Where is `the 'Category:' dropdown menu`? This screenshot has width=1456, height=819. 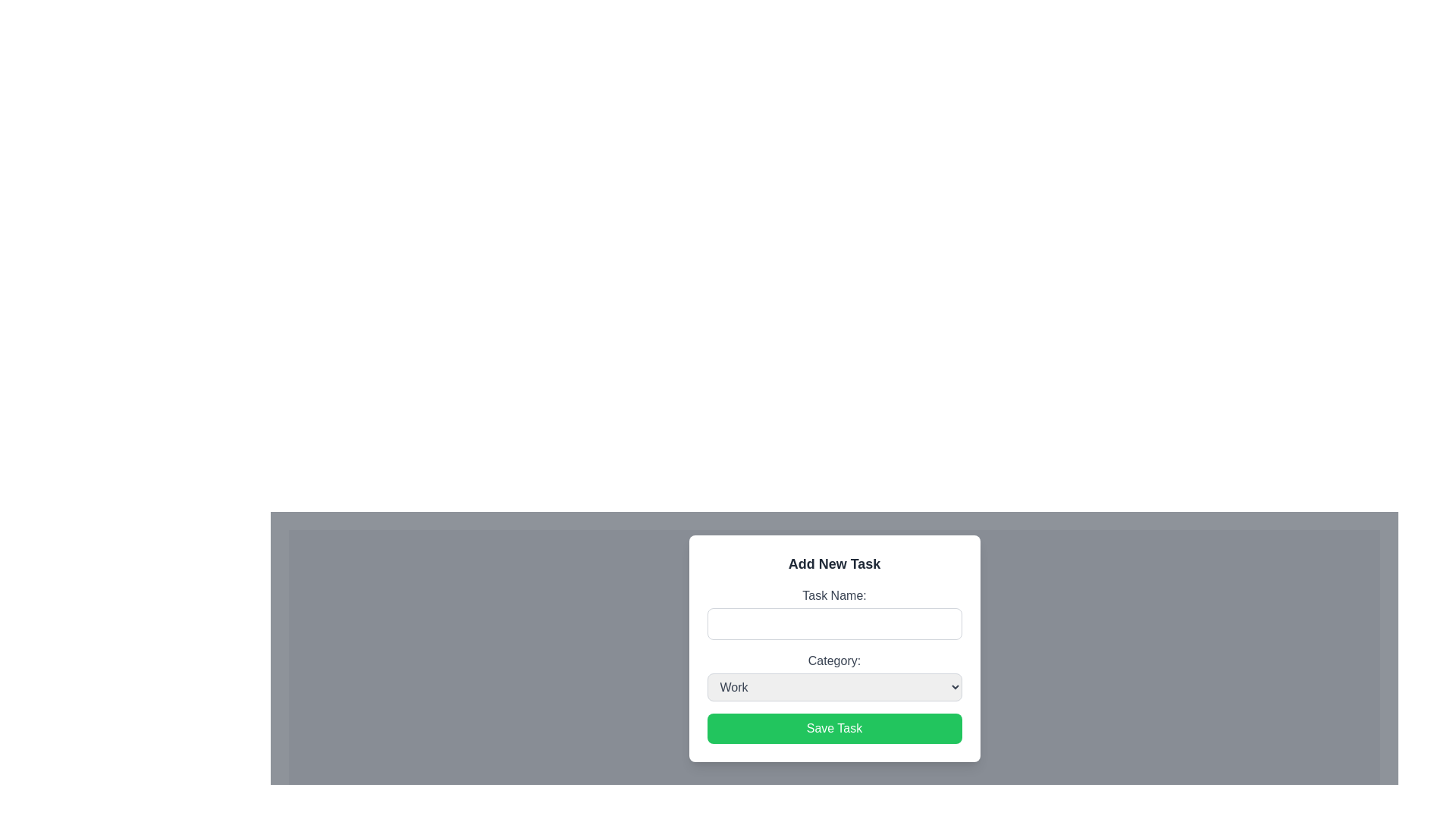 the 'Category:' dropdown menu is located at coordinates (833, 675).